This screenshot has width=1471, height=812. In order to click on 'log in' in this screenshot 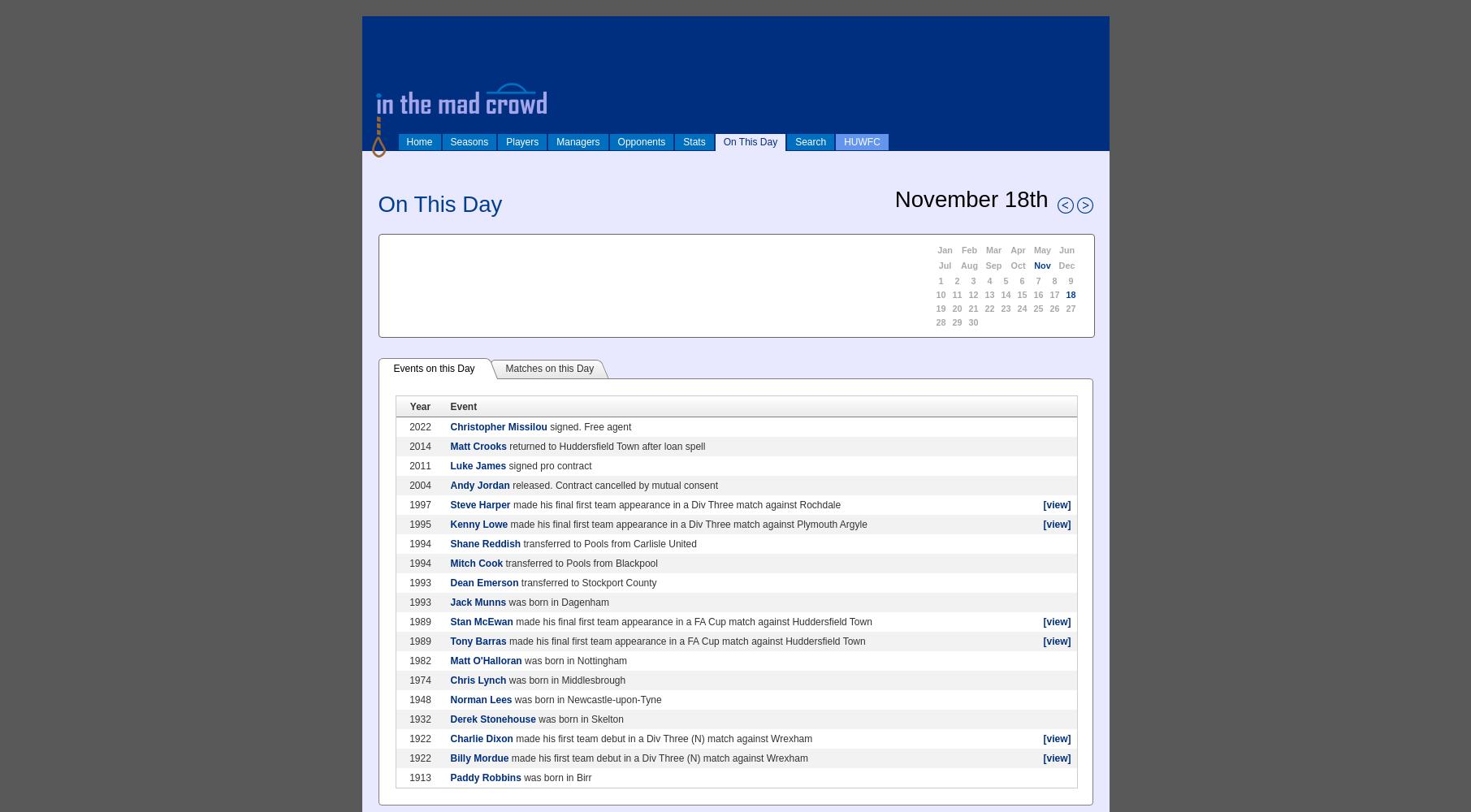, I will do `click(378, 26)`.